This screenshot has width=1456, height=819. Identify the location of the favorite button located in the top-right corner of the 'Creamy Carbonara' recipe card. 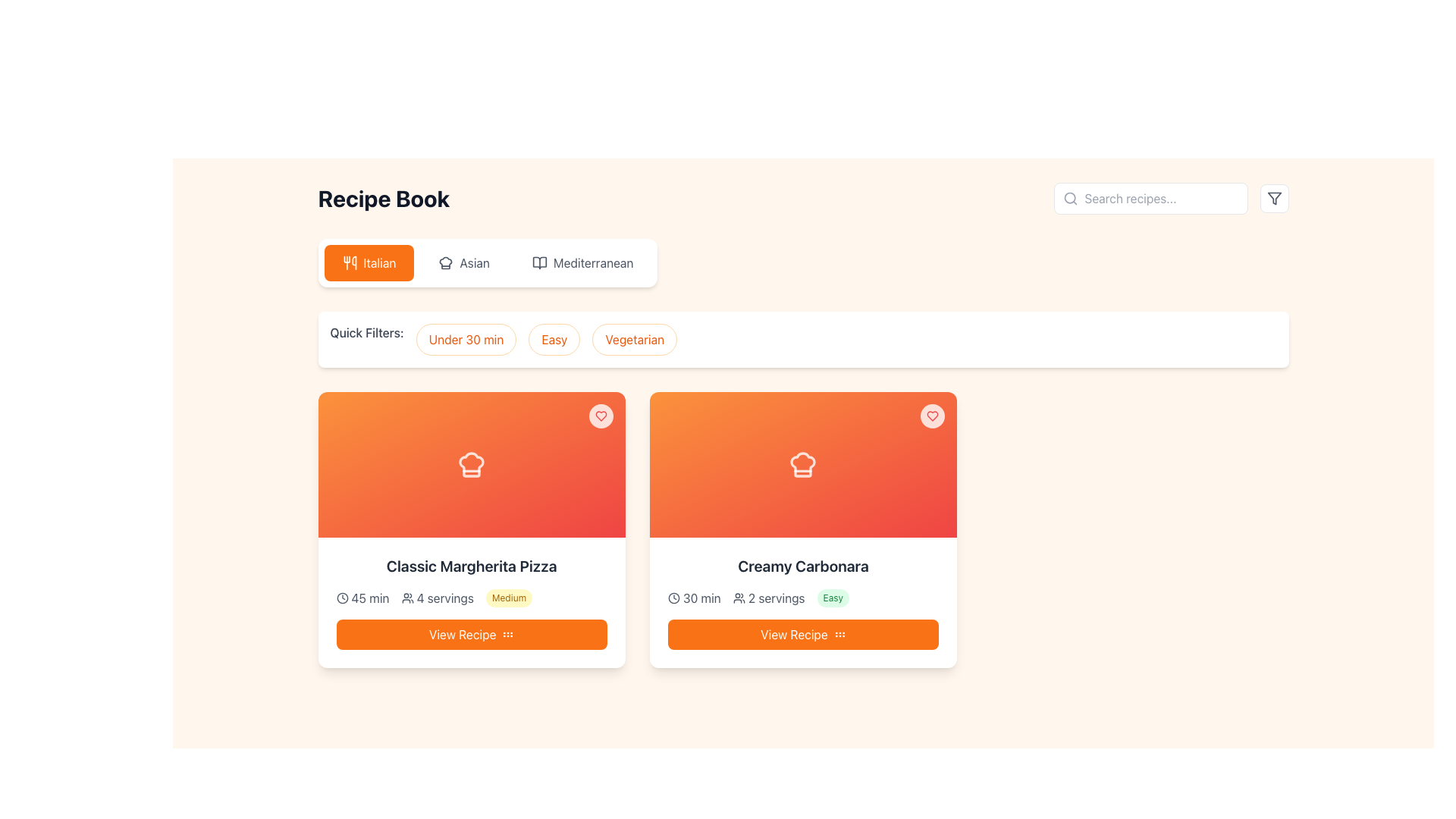
(932, 416).